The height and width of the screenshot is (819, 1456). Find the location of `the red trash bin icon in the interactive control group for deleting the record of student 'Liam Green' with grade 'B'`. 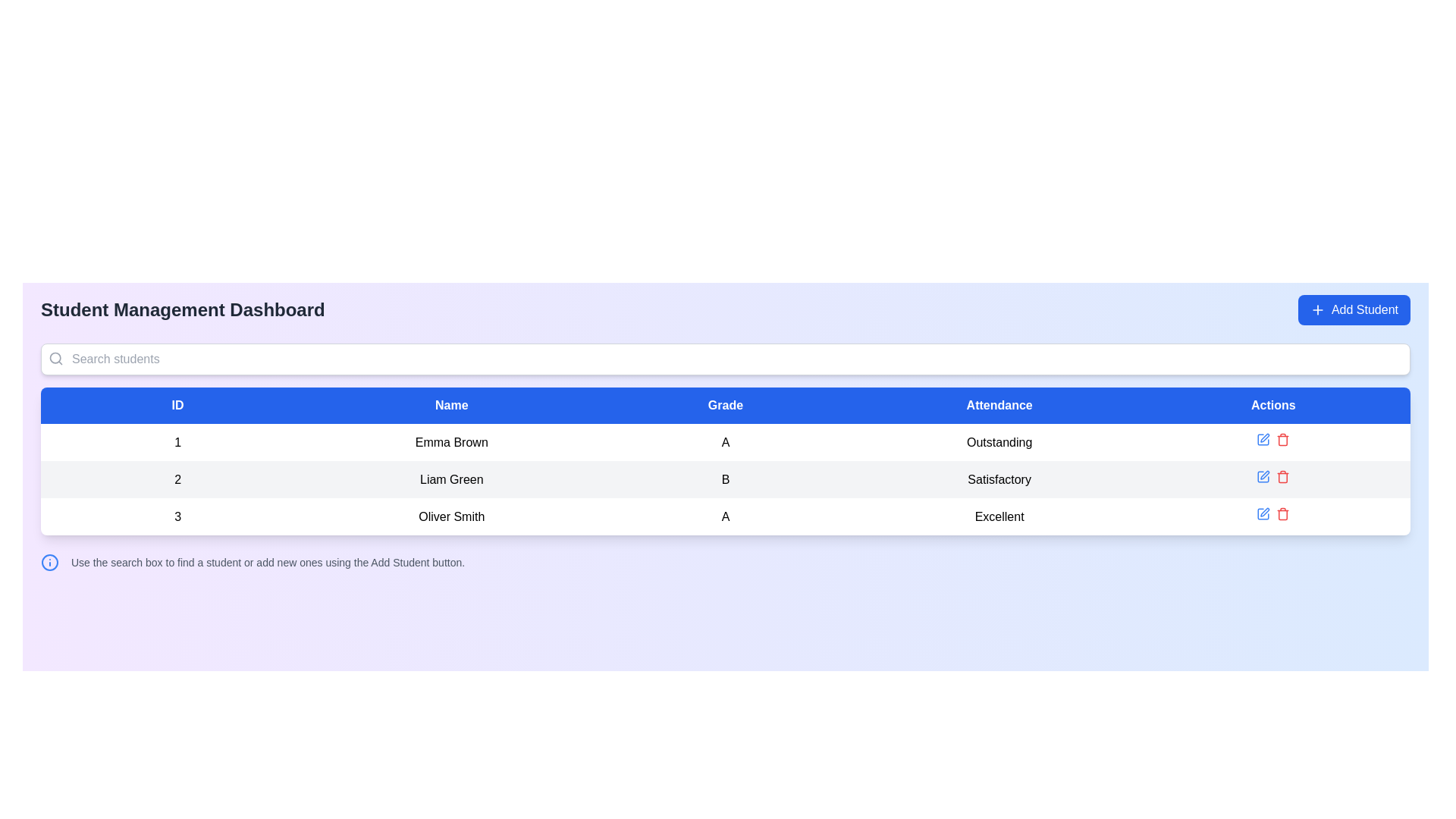

the red trash bin icon in the interactive control group for deleting the record of student 'Liam Green' with grade 'B' is located at coordinates (1273, 479).